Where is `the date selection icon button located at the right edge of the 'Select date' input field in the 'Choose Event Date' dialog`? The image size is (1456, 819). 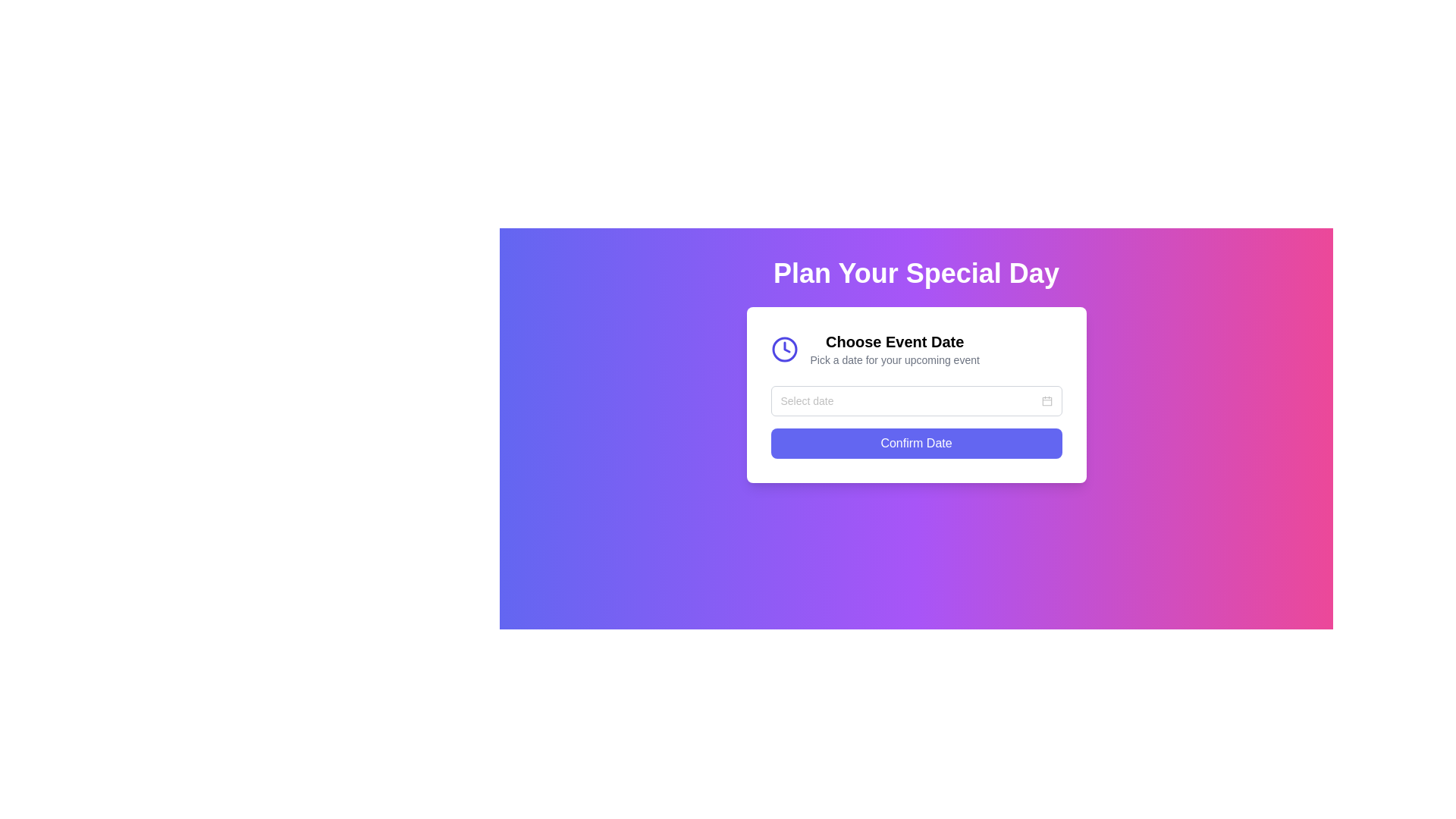
the date selection icon button located at the right edge of the 'Select date' input field in the 'Choose Event Date' dialog is located at coordinates (1046, 400).